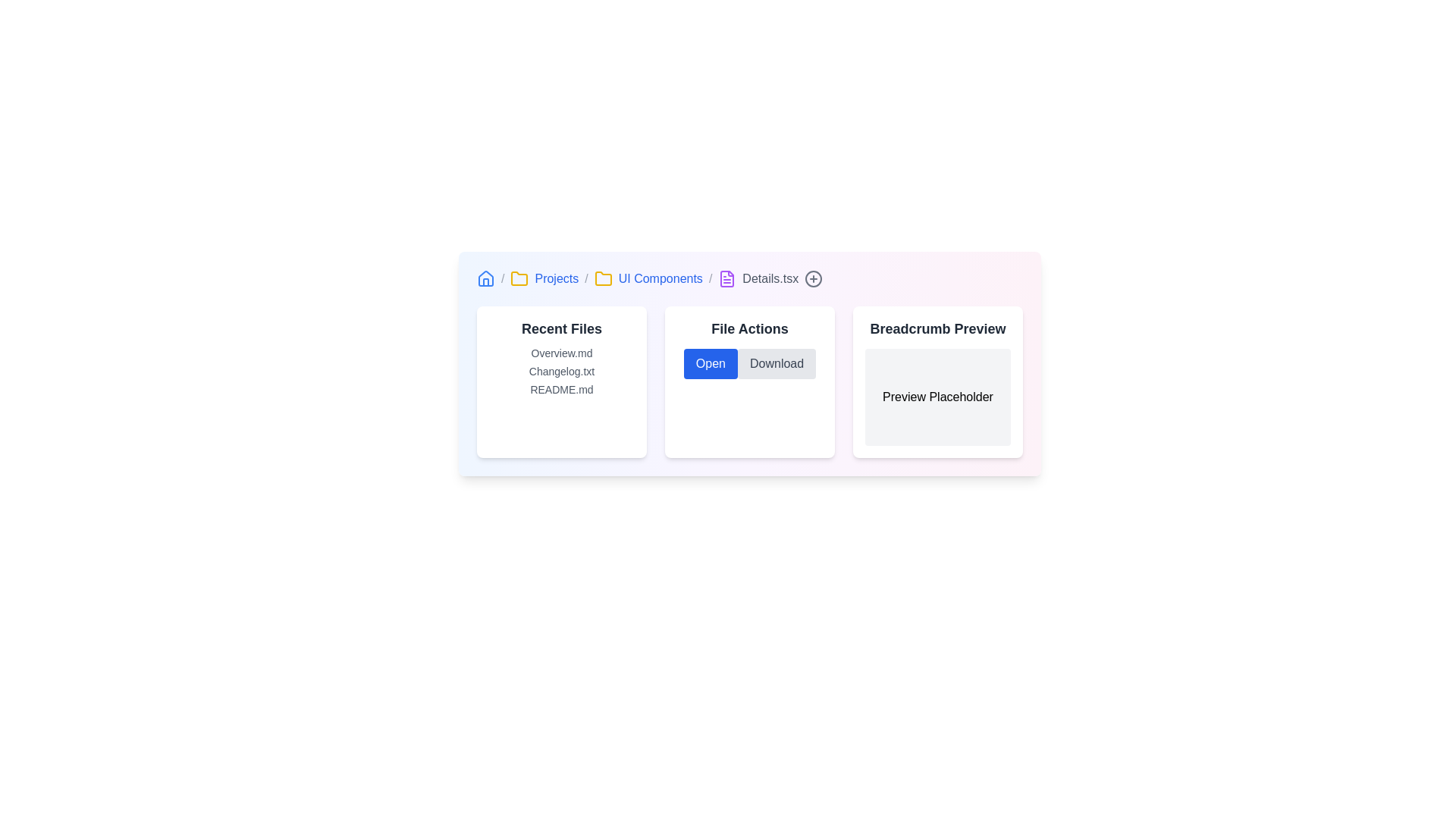  Describe the element at coordinates (710, 278) in the screenshot. I see `the decorative slash element that acts as a separator in the breadcrumb navigation between 'UI Components' and 'Details.tsx'` at that location.